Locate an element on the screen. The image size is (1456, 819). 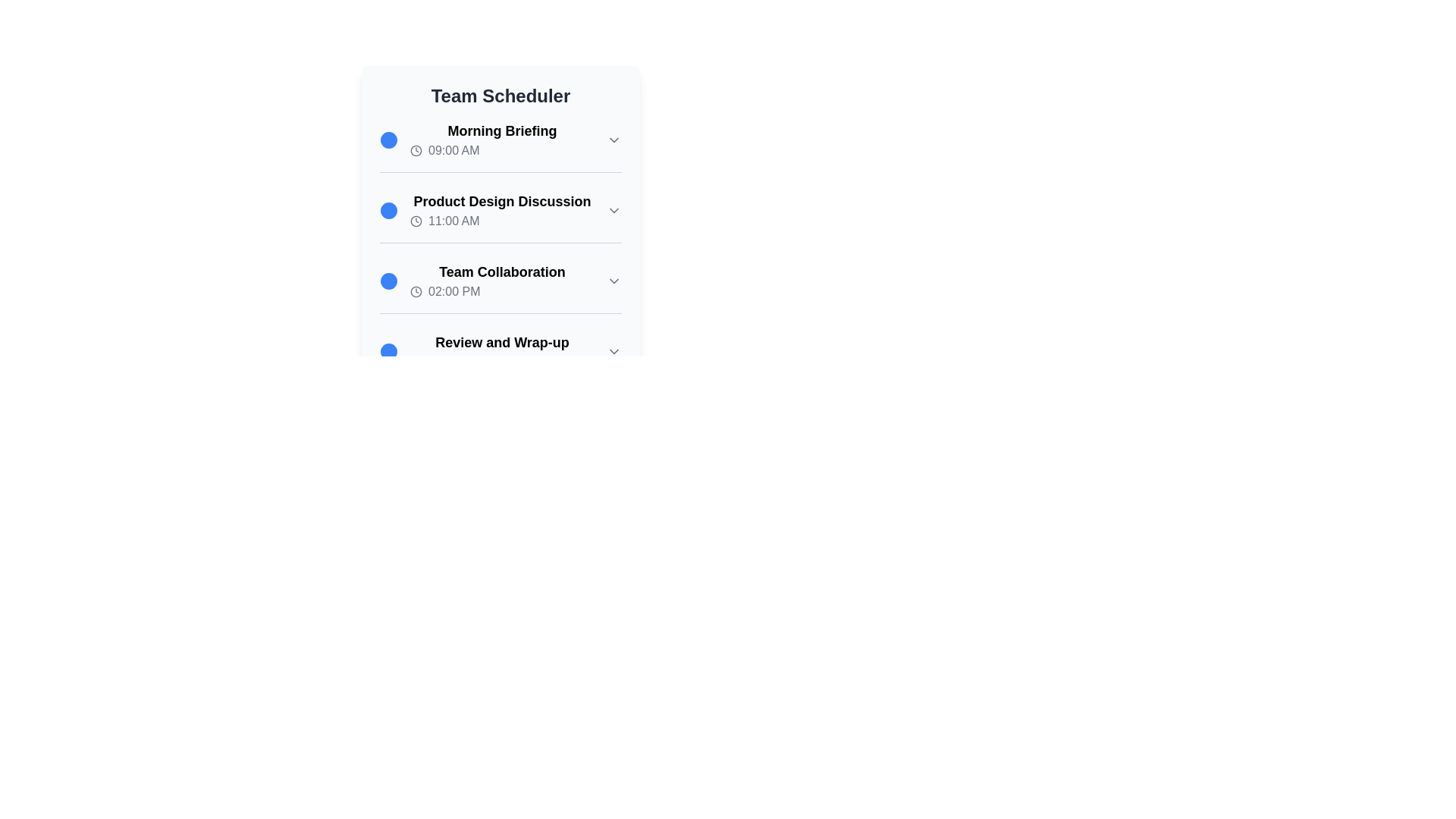
the blue circular icon located to the left of the event title 'Review and Wrap-up' is located at coordinates (389, 351).